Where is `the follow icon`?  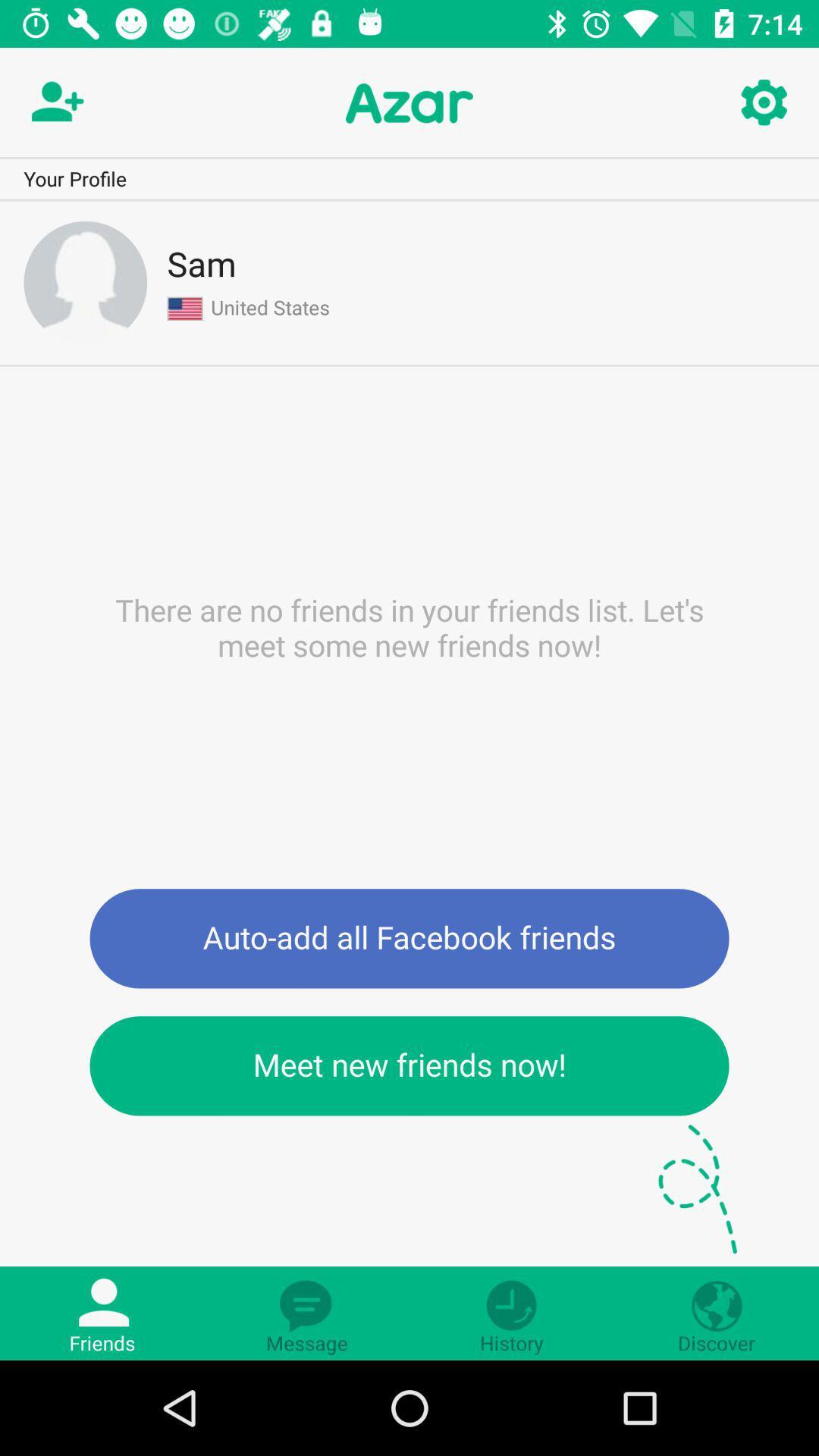 the follow icon is located at coordinates (55, 102).